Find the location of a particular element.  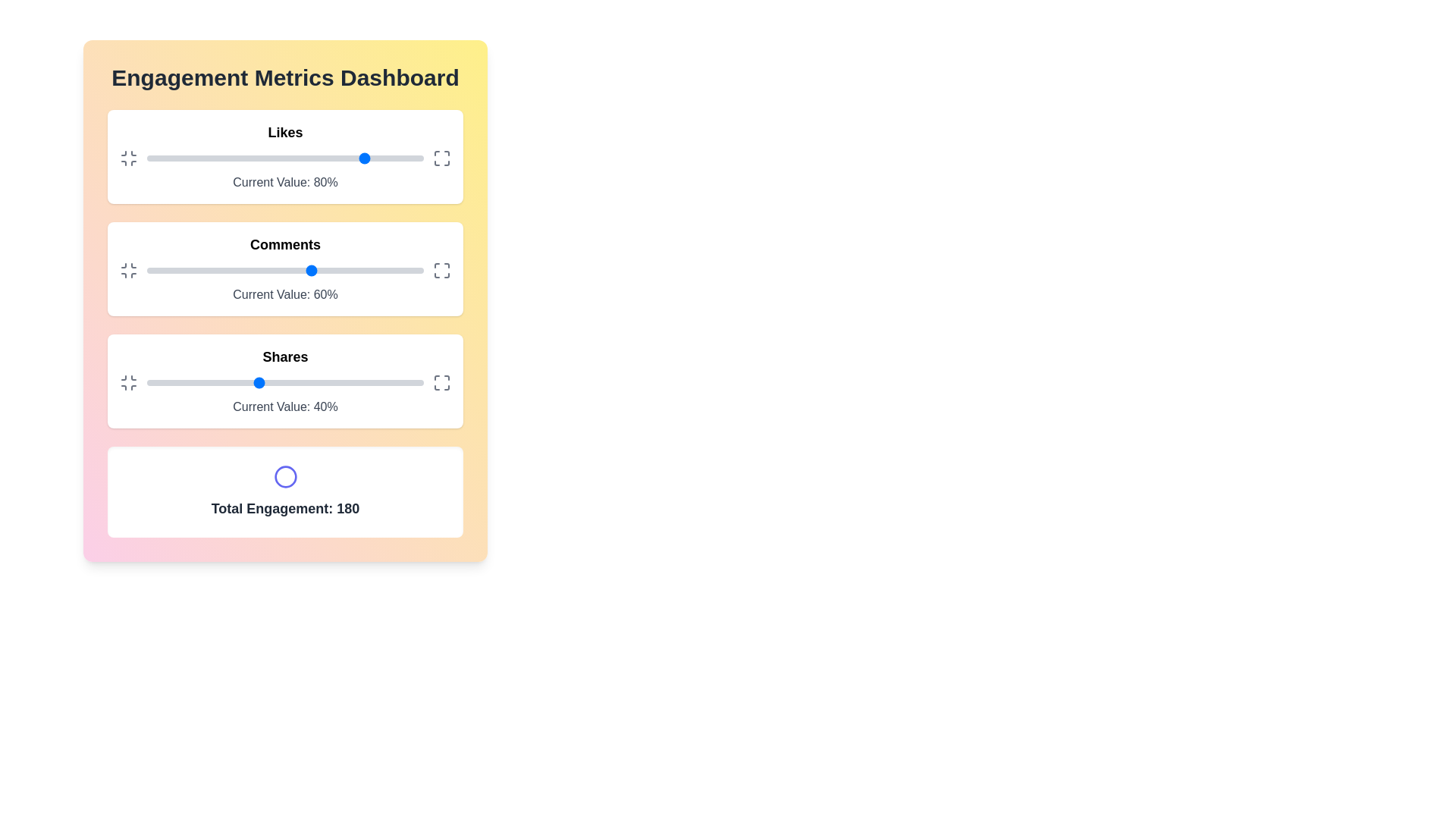

the likes slider is located at coordinates (265, 158).